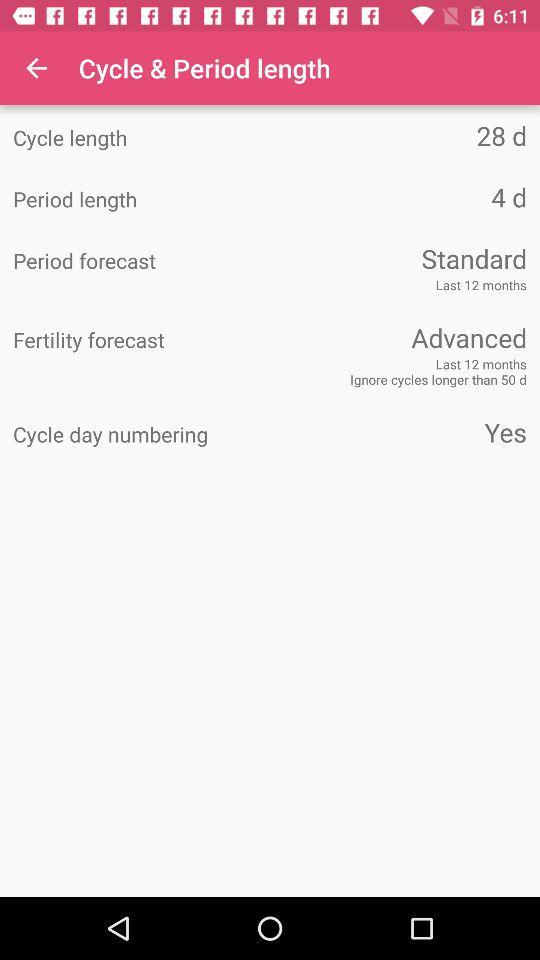 The image size is (540, 960). What do you see at coordinates (398, 257) in the screenshot?
I see `the icon below the period length` at bounding box center [398, 257].